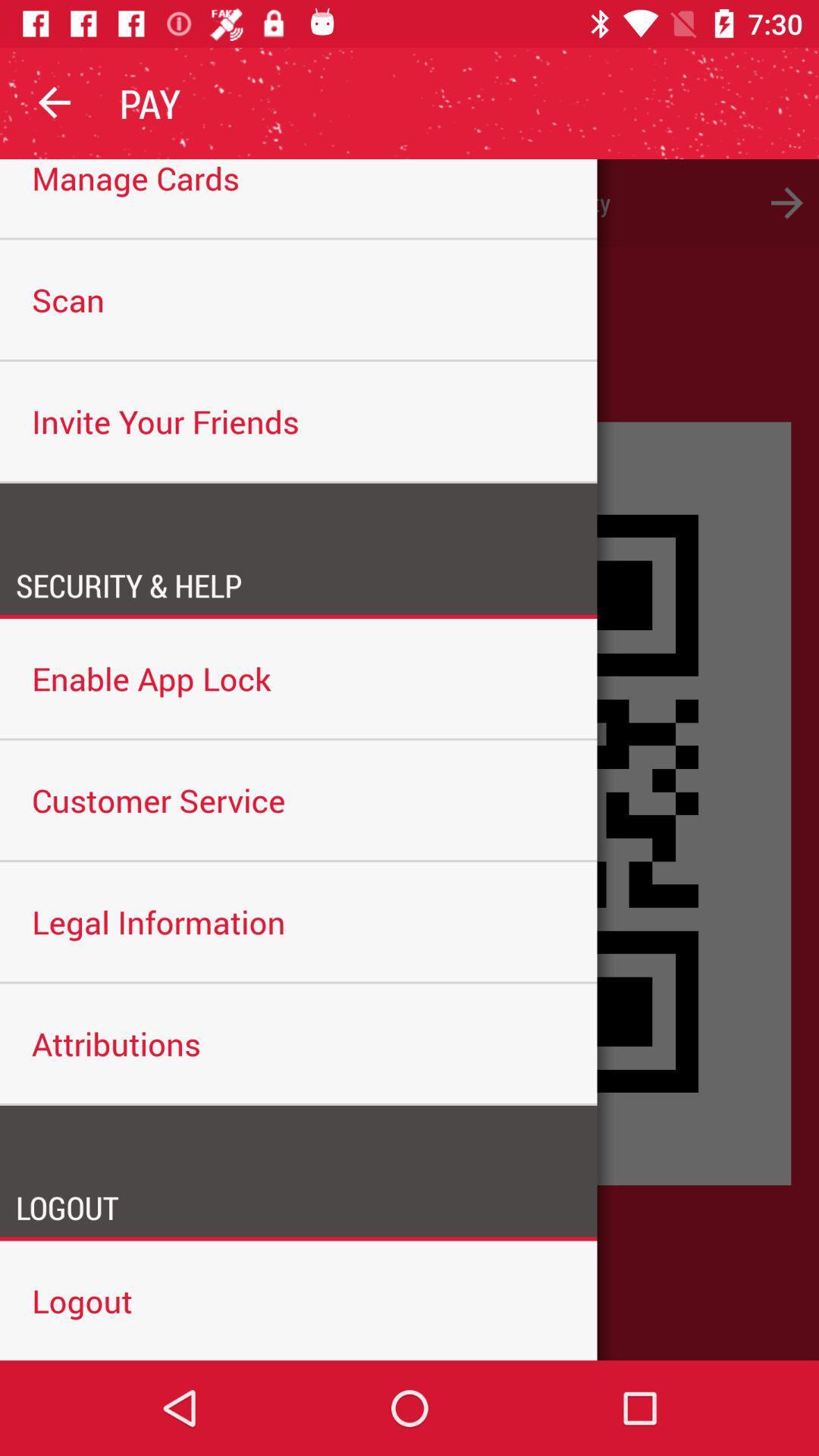 Image resolution: width=819 pixels, height=1456 pixels. What do you see at coordinates (298, 1043) in the screenshot?
I see `attributions` at bounding box center [298, 1043].